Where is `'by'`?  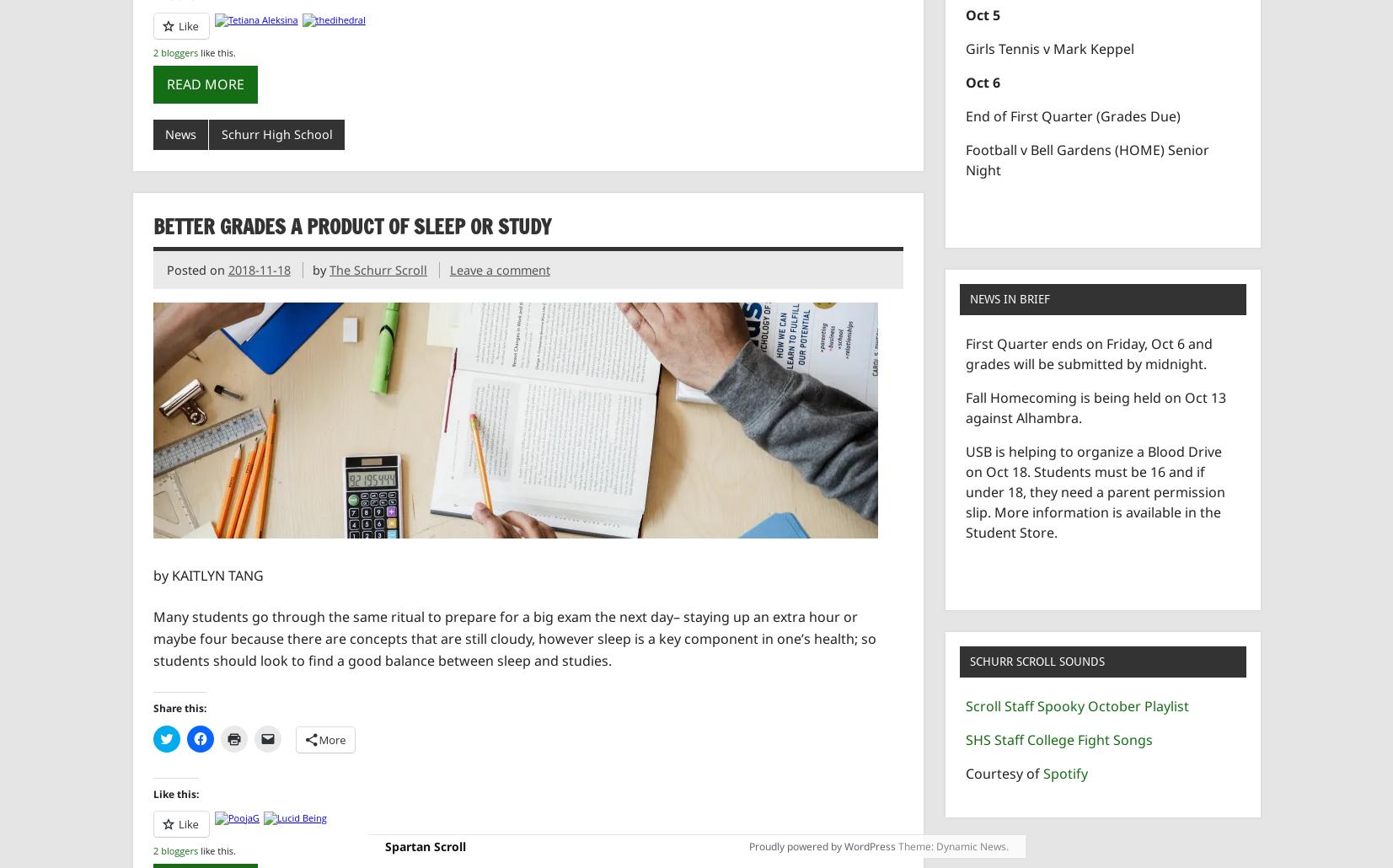 'by' is located at coordinates (320, 268).